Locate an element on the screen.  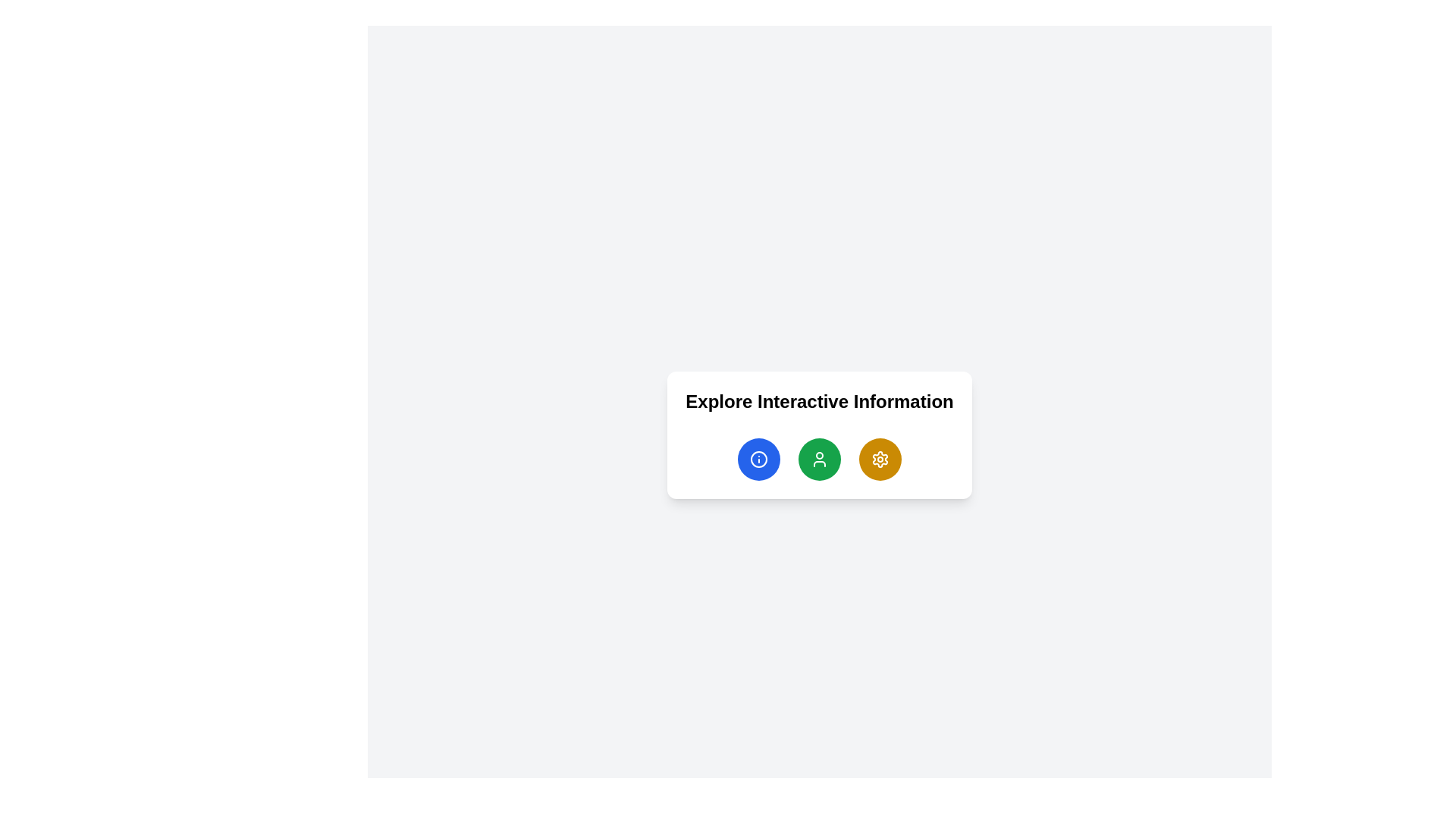
the gear icon, which is the rightmost icon in a group of three is located at coordinates (880, 458).